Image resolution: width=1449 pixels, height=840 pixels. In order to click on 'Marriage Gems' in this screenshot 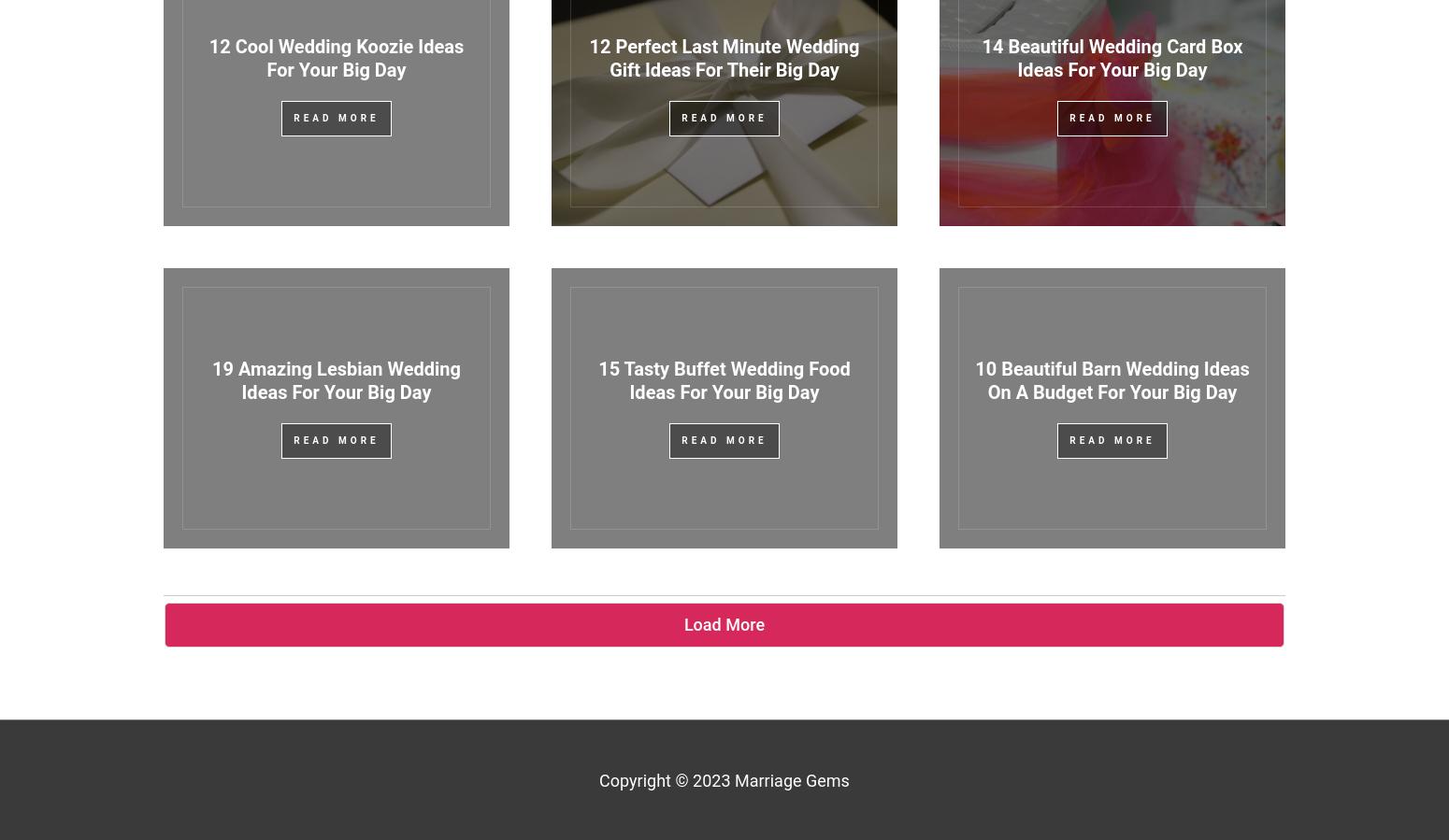, I will do `click(734, 779)`.